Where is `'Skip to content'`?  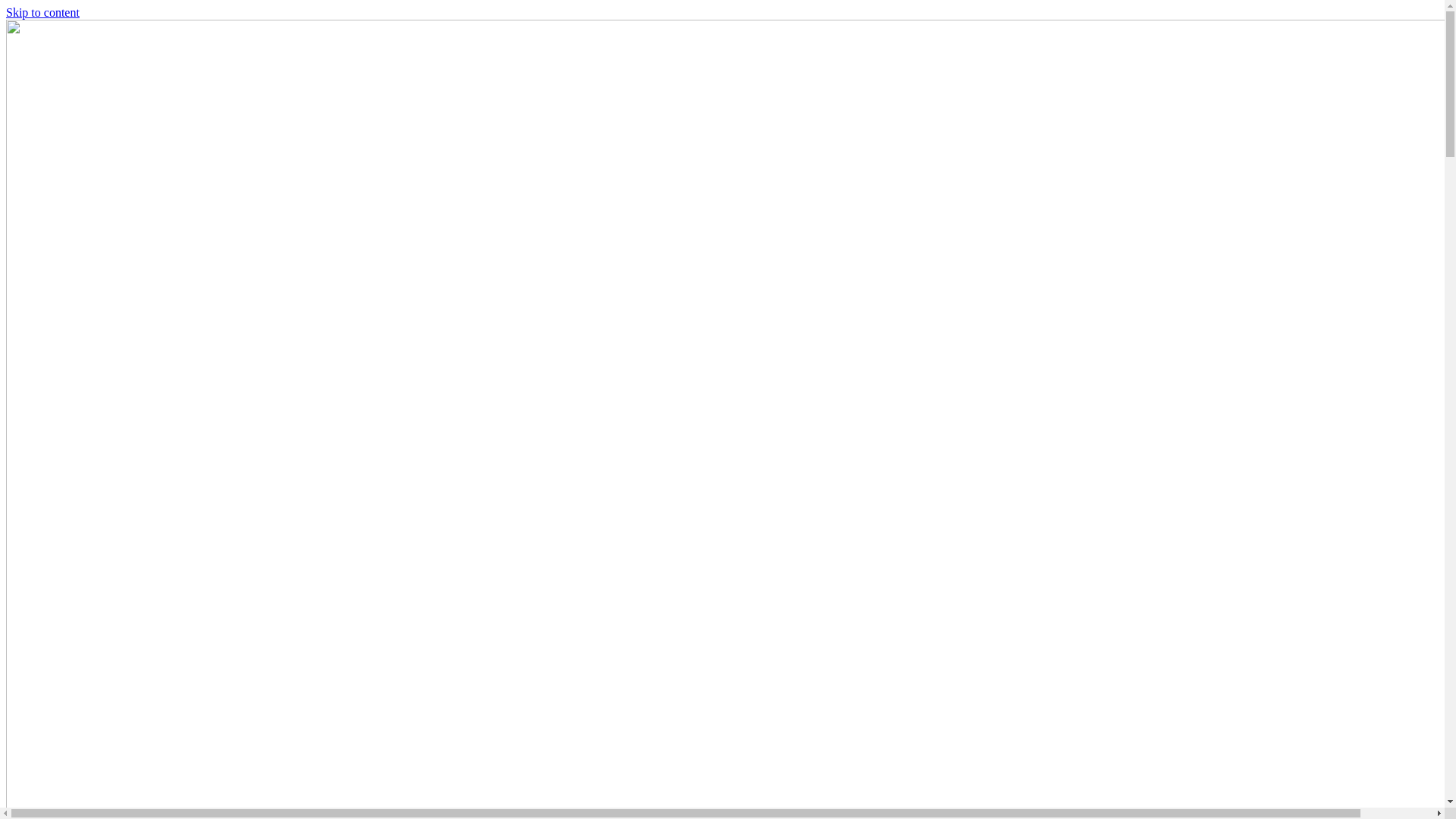
'Skip to content' is located at coordinates (42, 12).